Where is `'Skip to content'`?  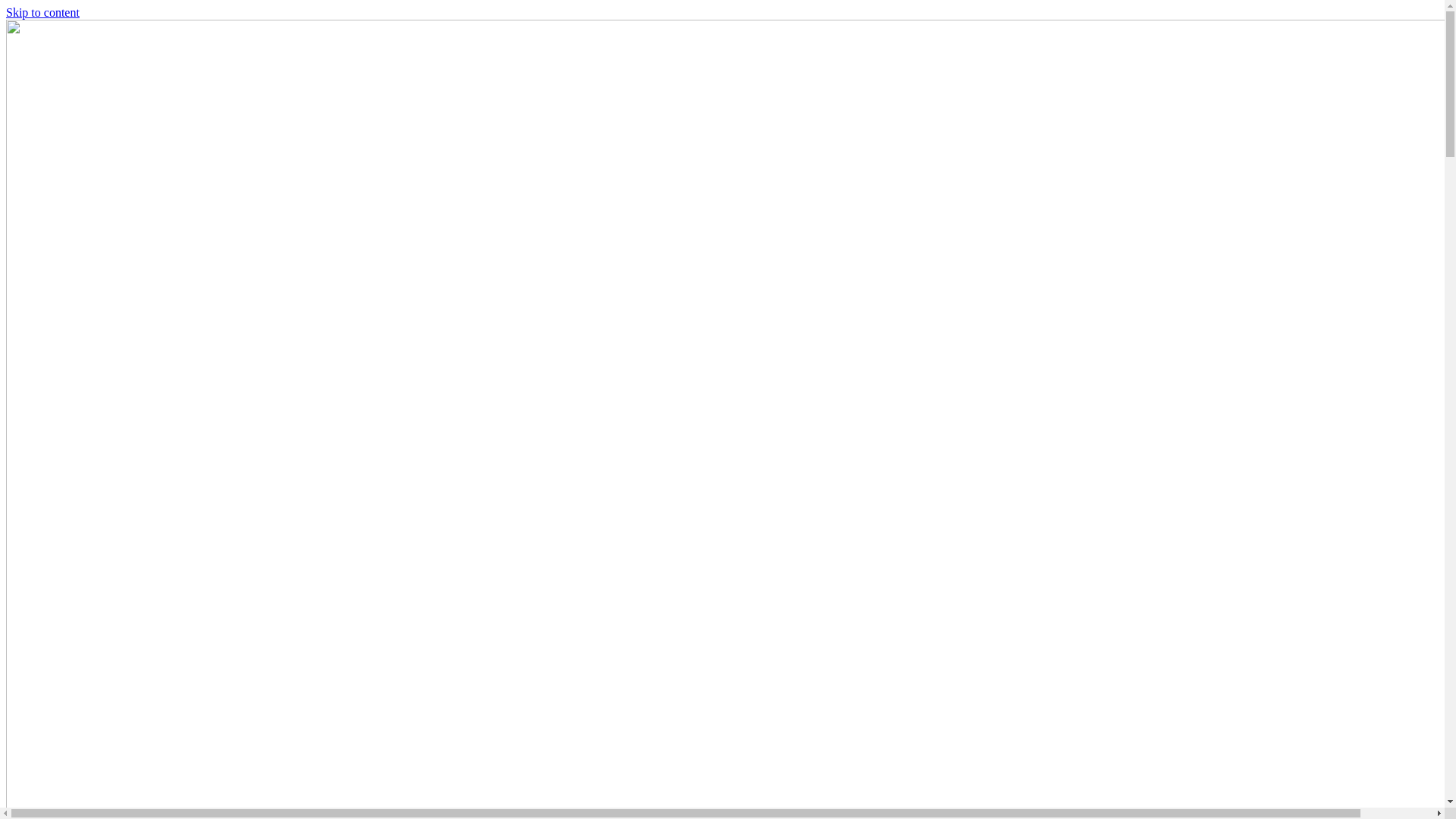
'Skip to content' is located at coordinates (42, 12).